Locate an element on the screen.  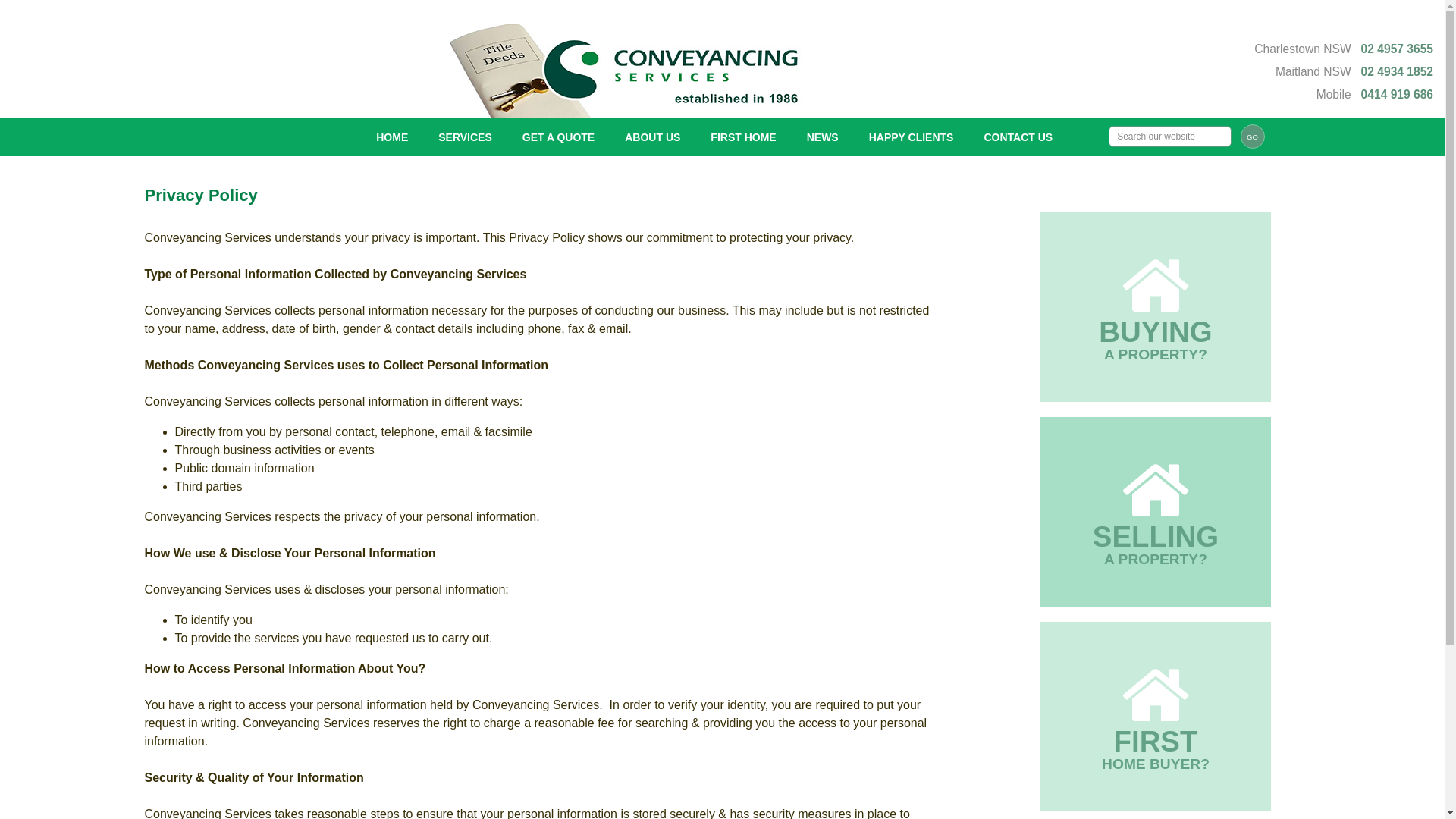
'FIRST is located at coordinates (1155, 717).